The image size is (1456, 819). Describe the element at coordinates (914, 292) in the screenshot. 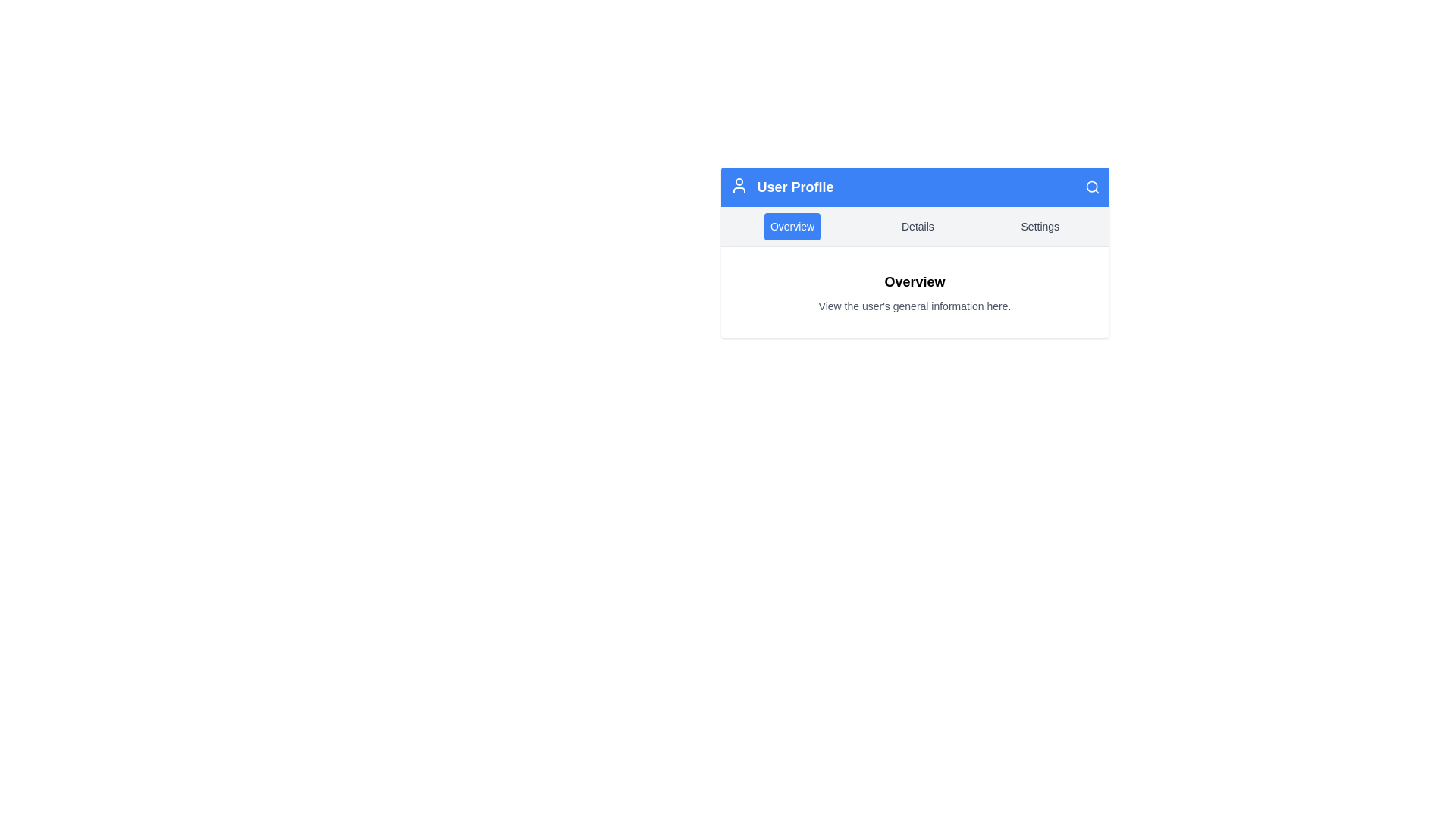

I see `text from the Text block located below the 'User Profile' navigation bar, which provides an introductory heading and description for the 'Overview' section` at that location.